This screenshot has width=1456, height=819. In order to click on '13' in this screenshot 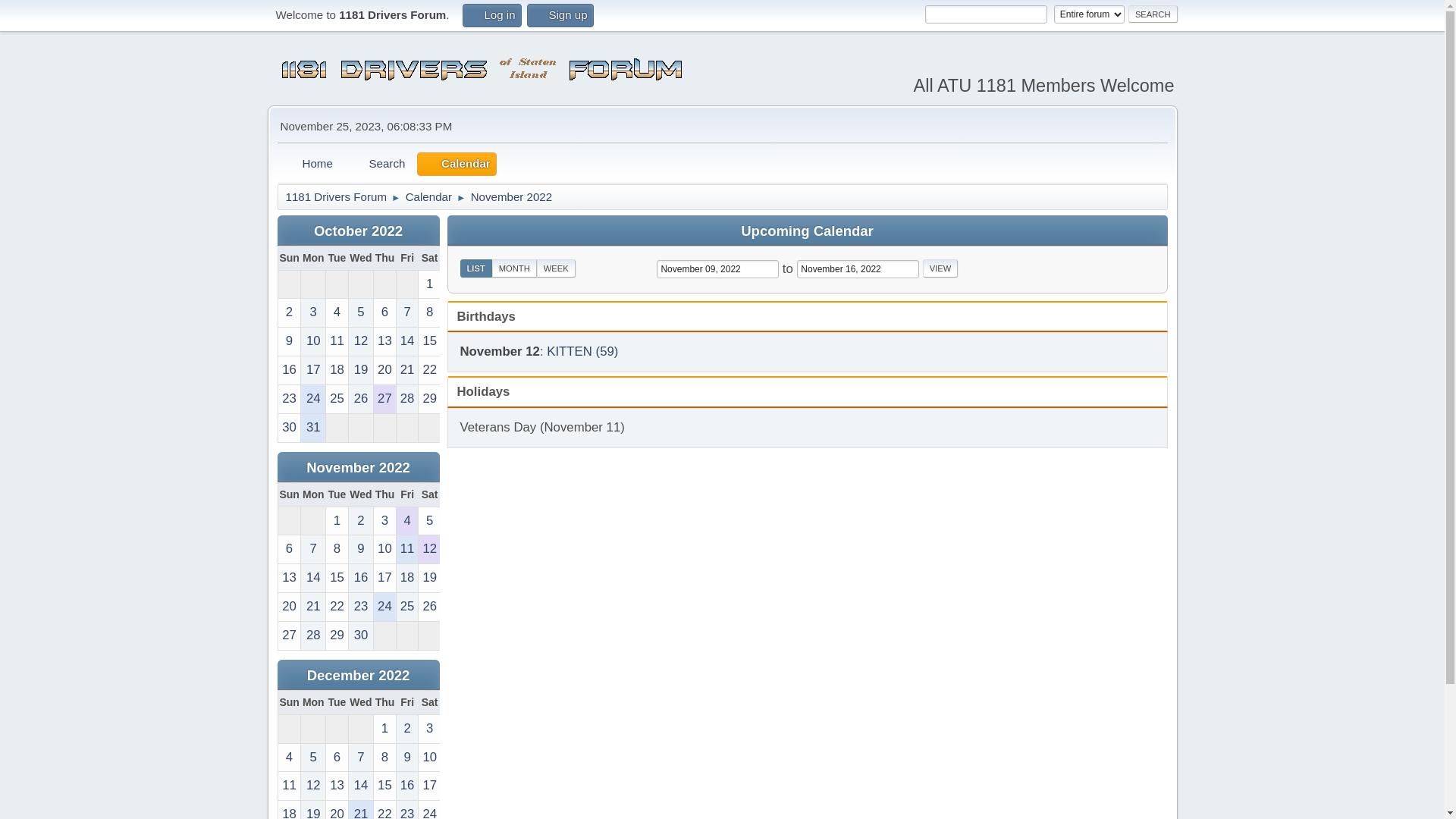, I will do `click(277, 578)`.